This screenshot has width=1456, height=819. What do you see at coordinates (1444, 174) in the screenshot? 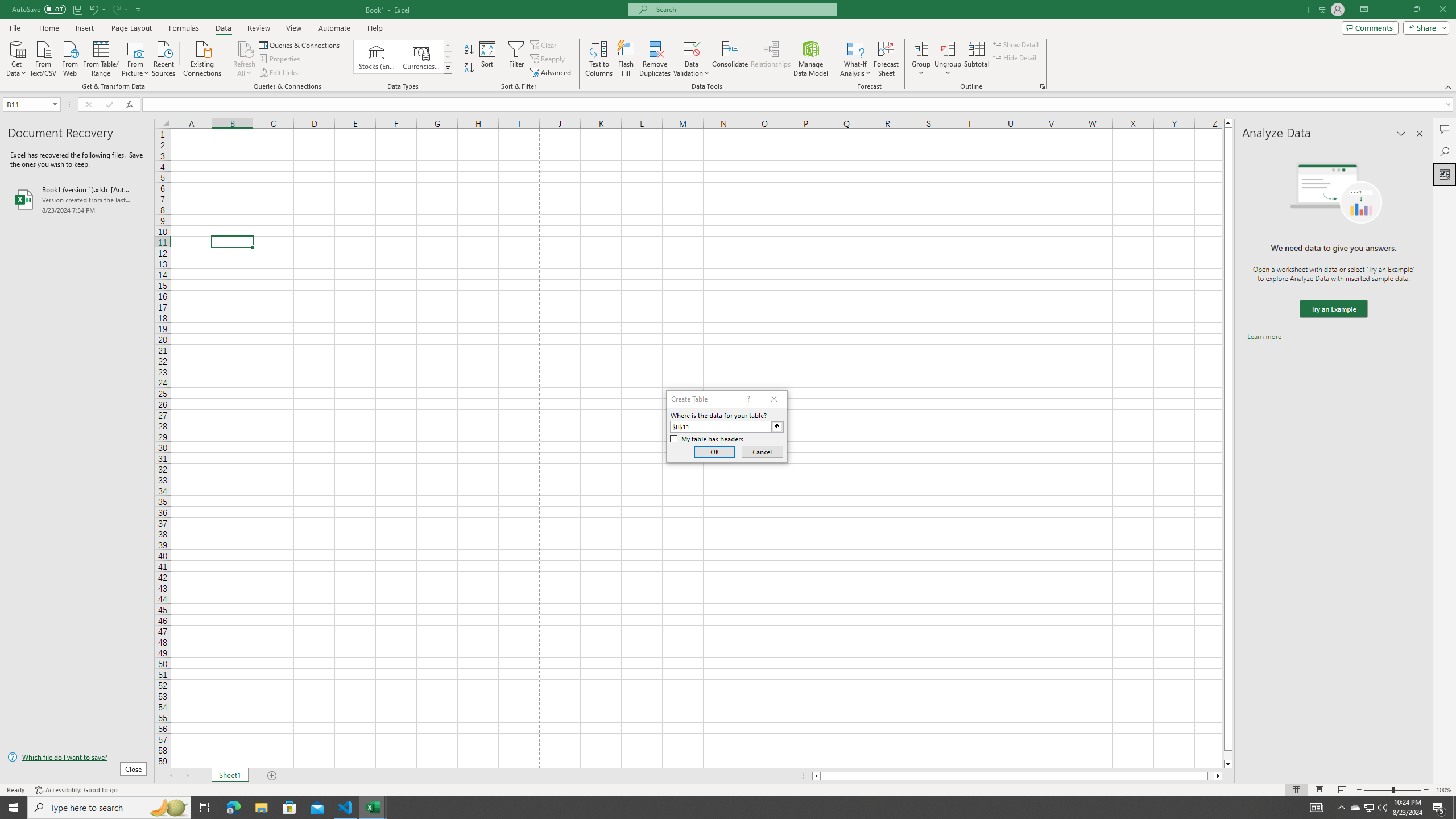
I see `'Analyze Data'` at bounding box center [1444, 174].